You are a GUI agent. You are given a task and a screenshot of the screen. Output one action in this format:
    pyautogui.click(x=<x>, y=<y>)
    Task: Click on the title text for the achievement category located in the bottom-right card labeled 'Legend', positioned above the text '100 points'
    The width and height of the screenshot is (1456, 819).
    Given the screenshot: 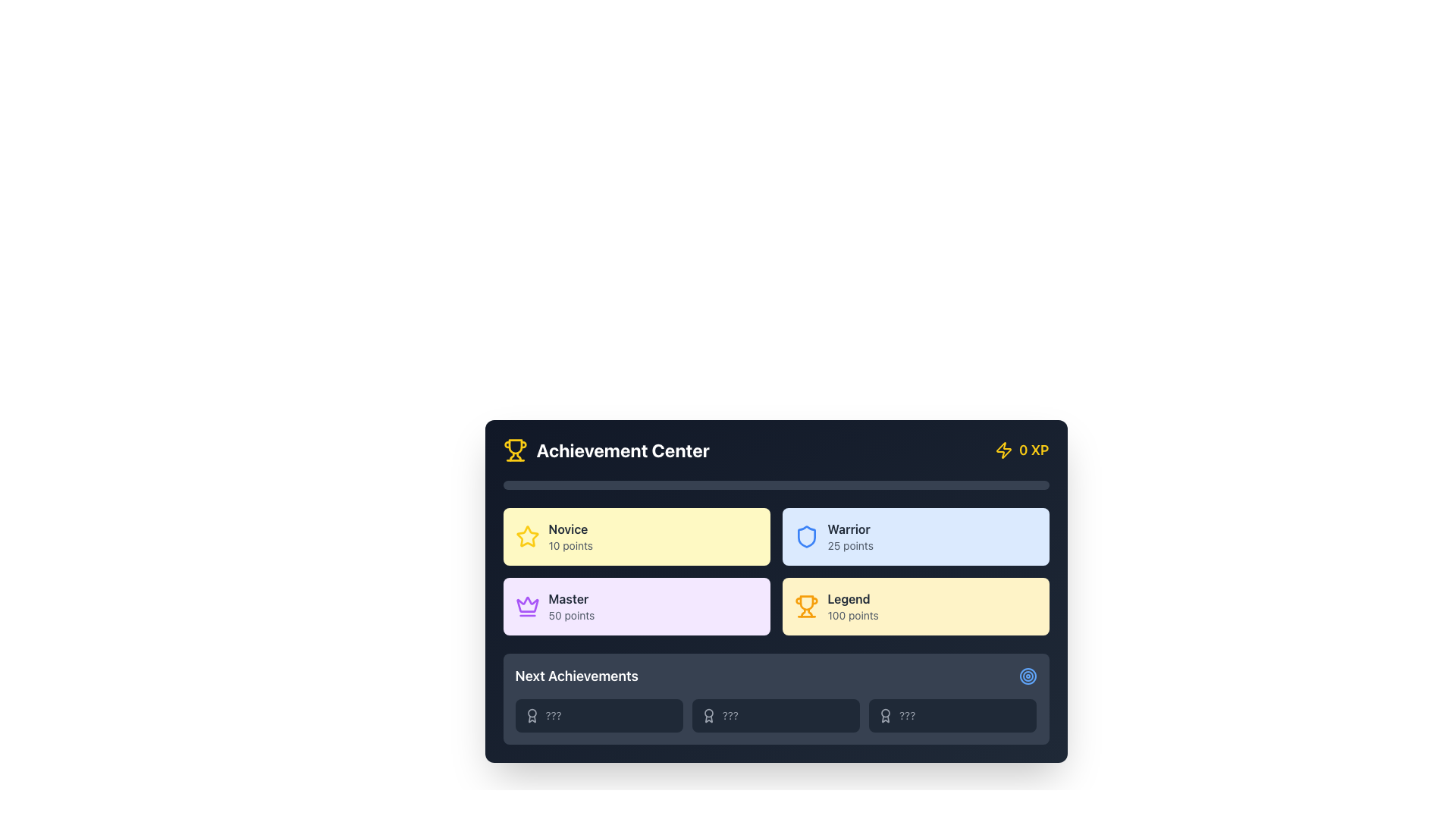 What is the action you would take?
    pyautogui.click(x=853, y=598)
    